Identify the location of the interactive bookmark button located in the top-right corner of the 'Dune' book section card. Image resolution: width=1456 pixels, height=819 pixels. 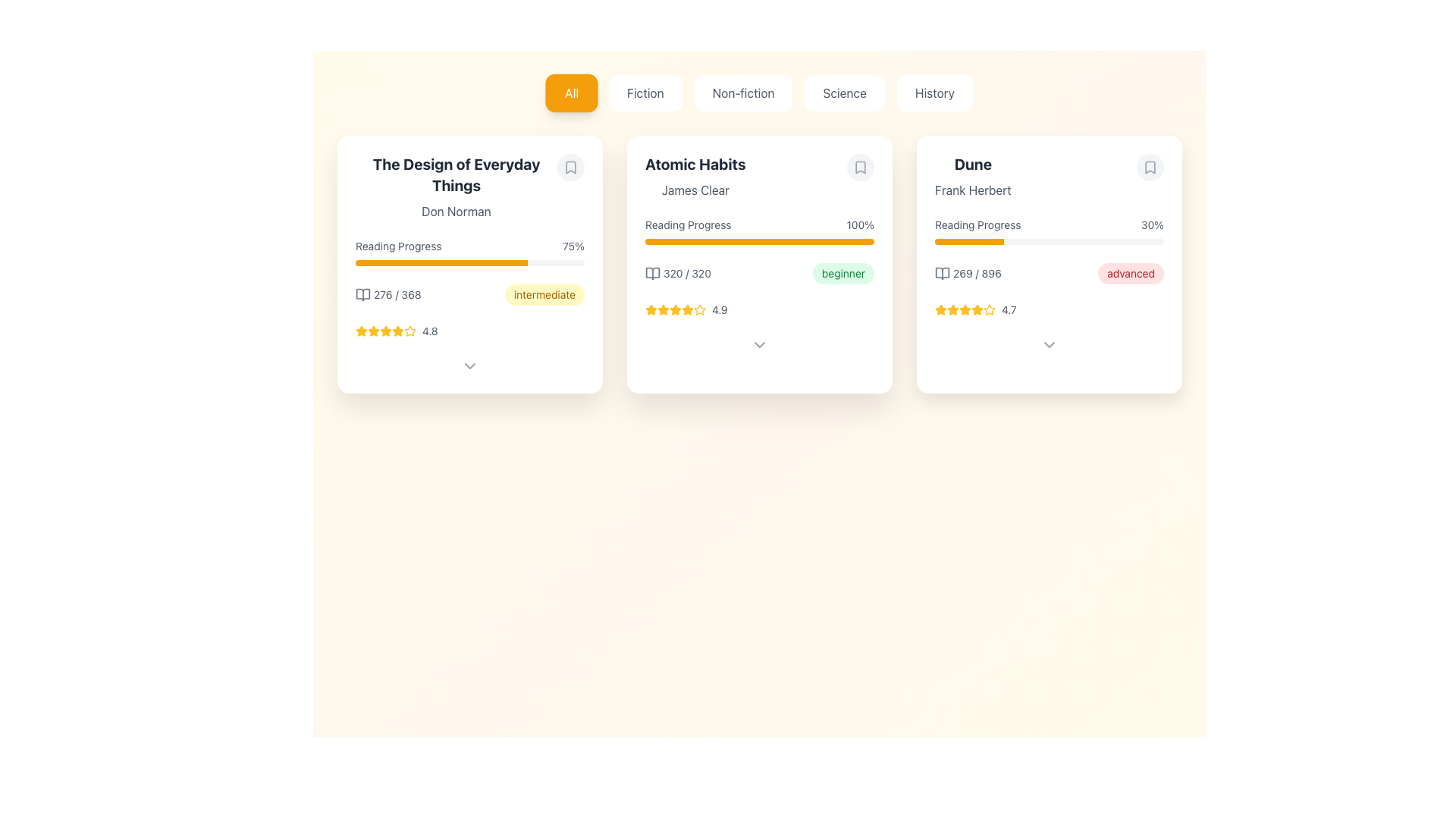
(1150, 167).